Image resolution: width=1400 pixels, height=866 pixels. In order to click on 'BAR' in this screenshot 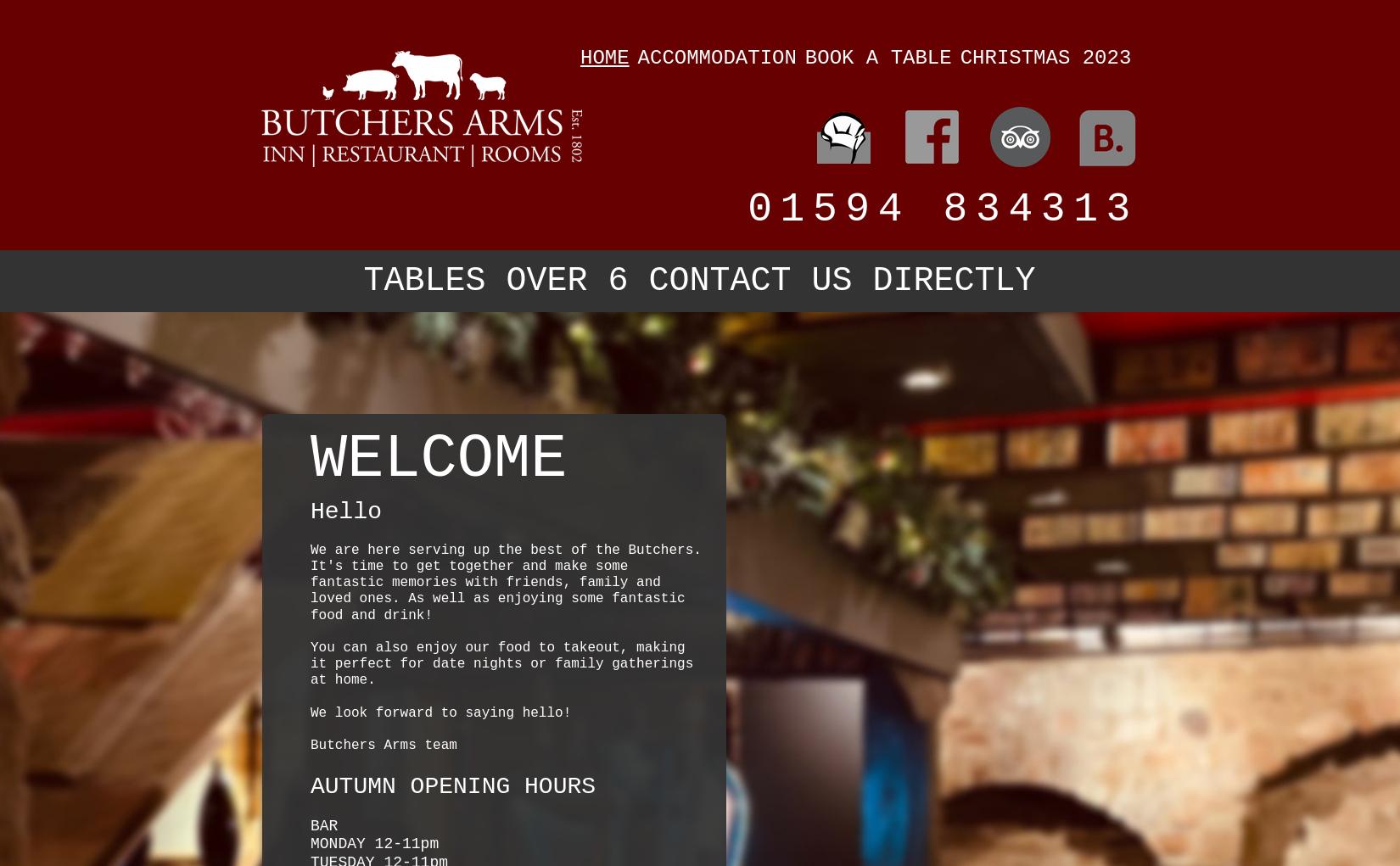, I will do `click(323, 824)`.